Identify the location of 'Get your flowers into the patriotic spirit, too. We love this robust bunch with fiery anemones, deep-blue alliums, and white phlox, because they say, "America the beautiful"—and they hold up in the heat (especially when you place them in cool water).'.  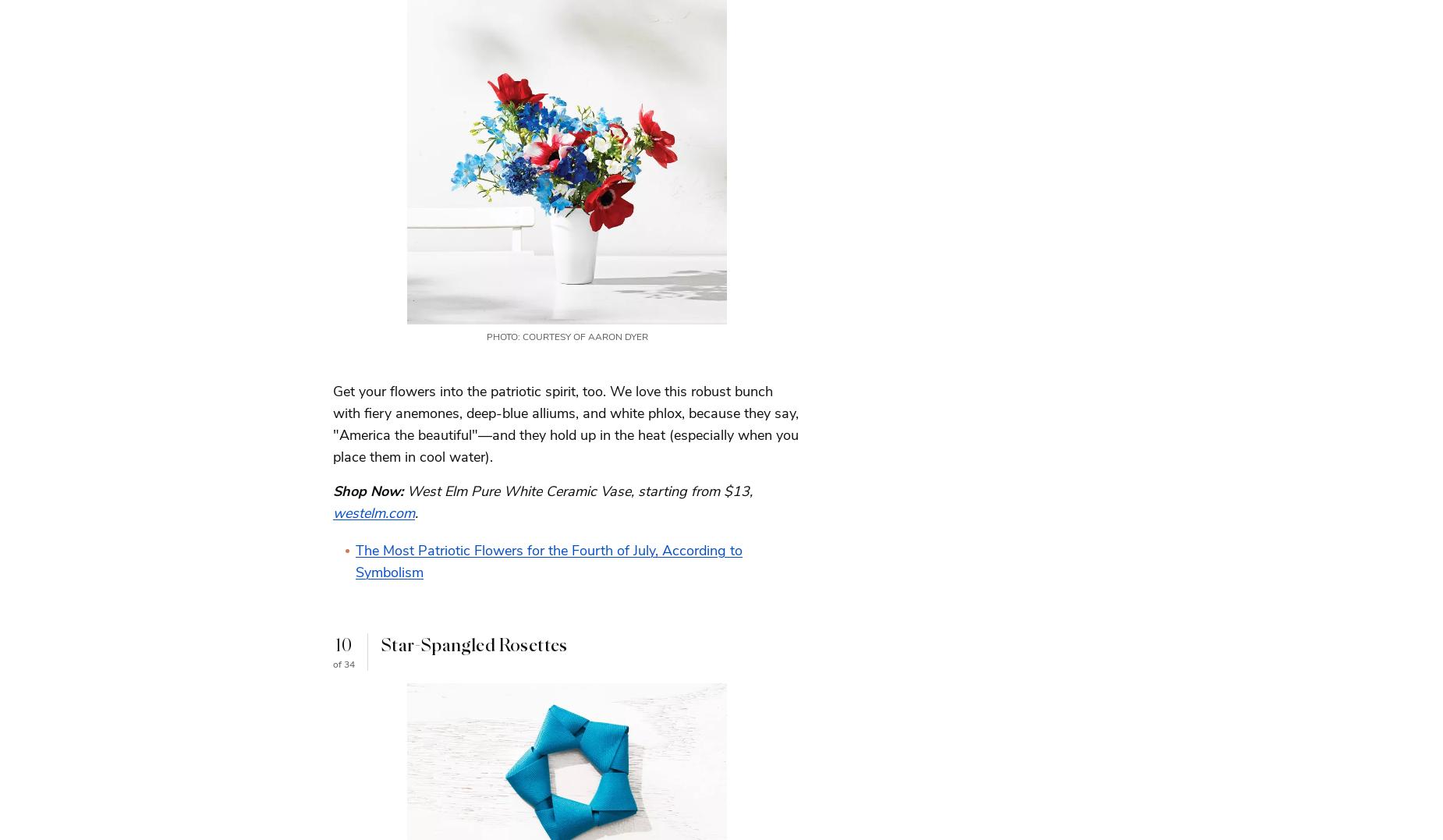
(565, 424).